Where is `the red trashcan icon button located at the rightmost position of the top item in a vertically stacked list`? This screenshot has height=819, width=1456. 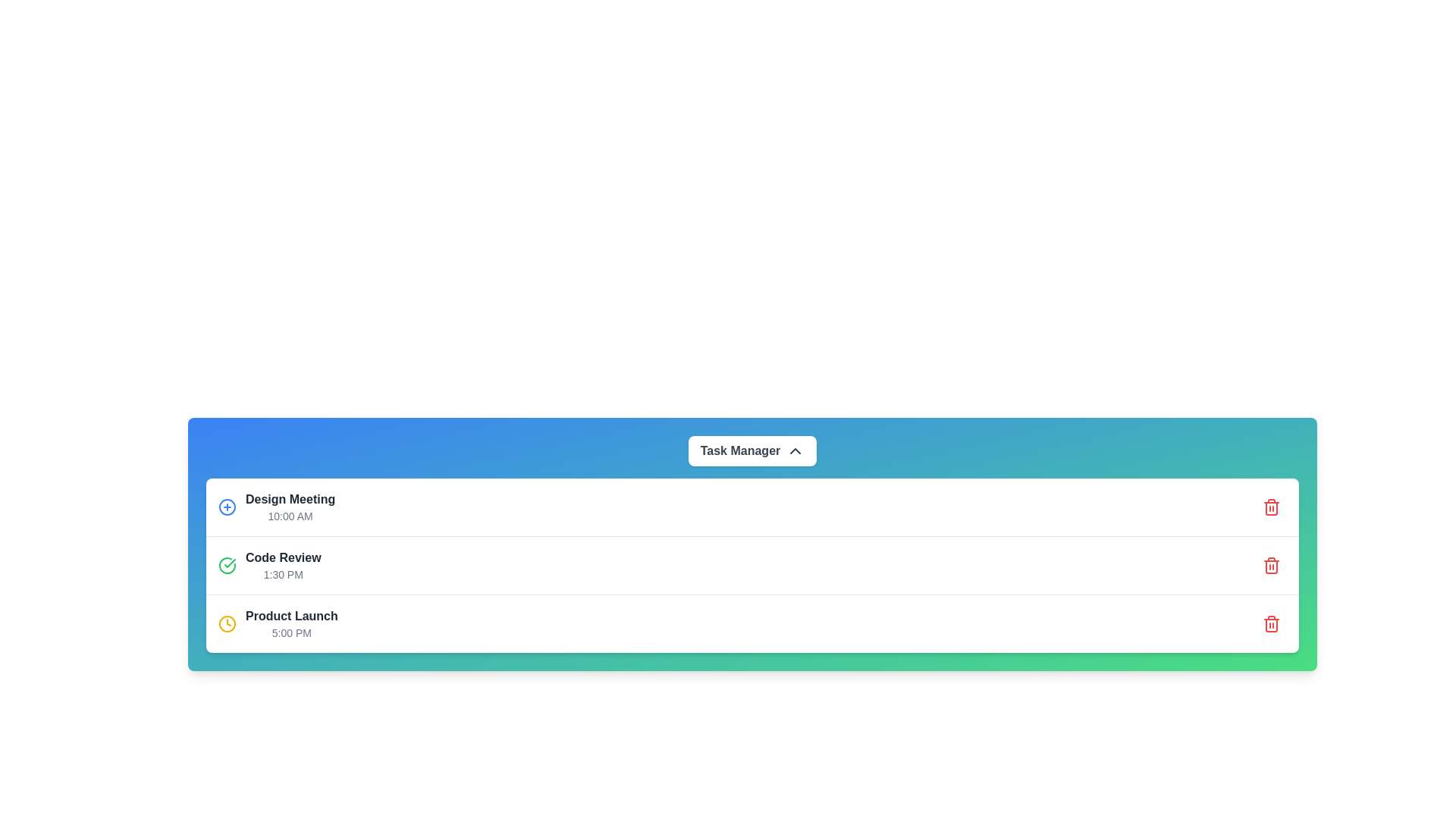 the red trashcan icon button located at the rightmost position of the top item in a vertically stacked list is located at coordinates (1271, 507).